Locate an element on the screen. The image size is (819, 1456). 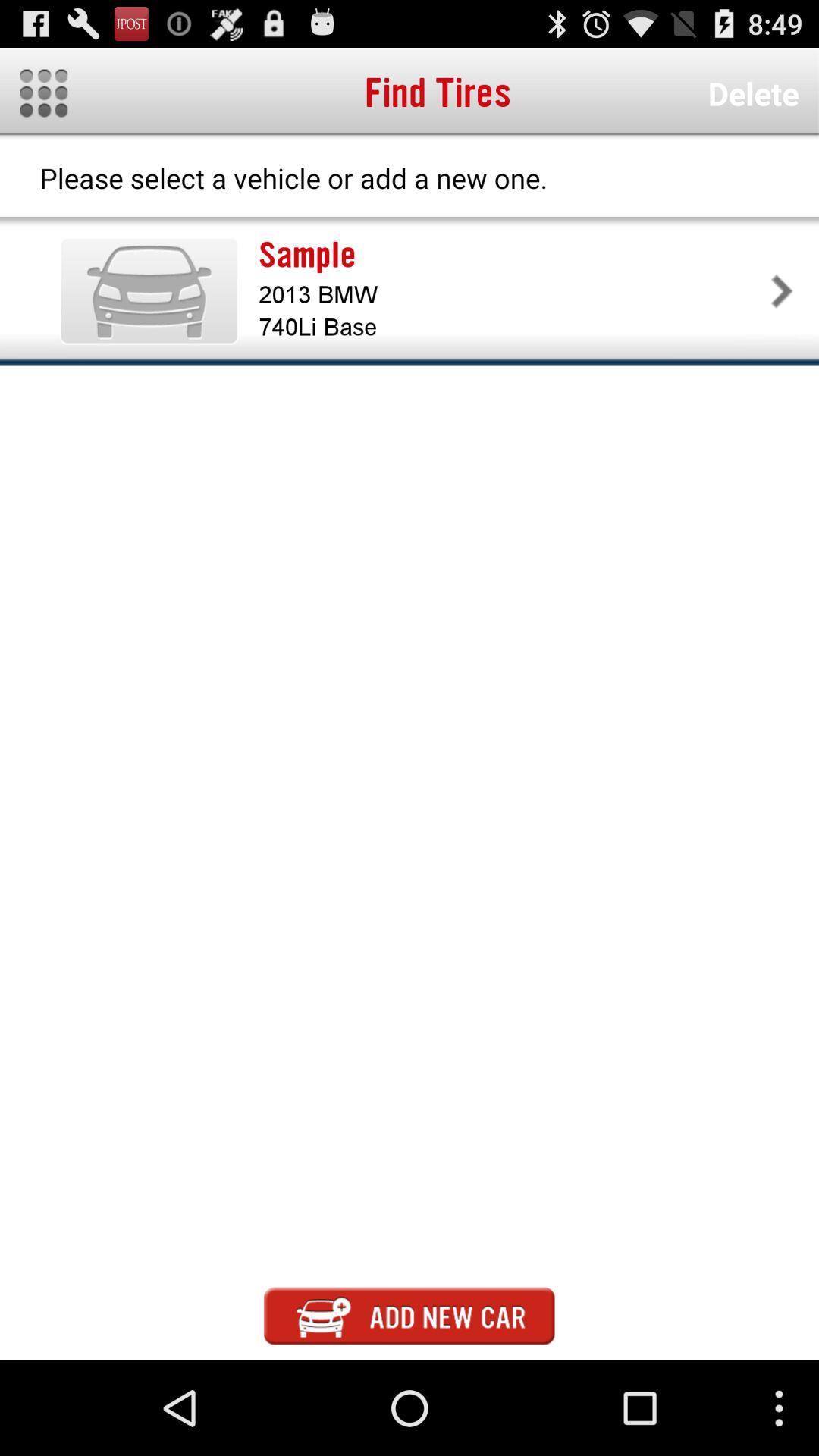
thumbnail images is located at coordinates (42, 93).